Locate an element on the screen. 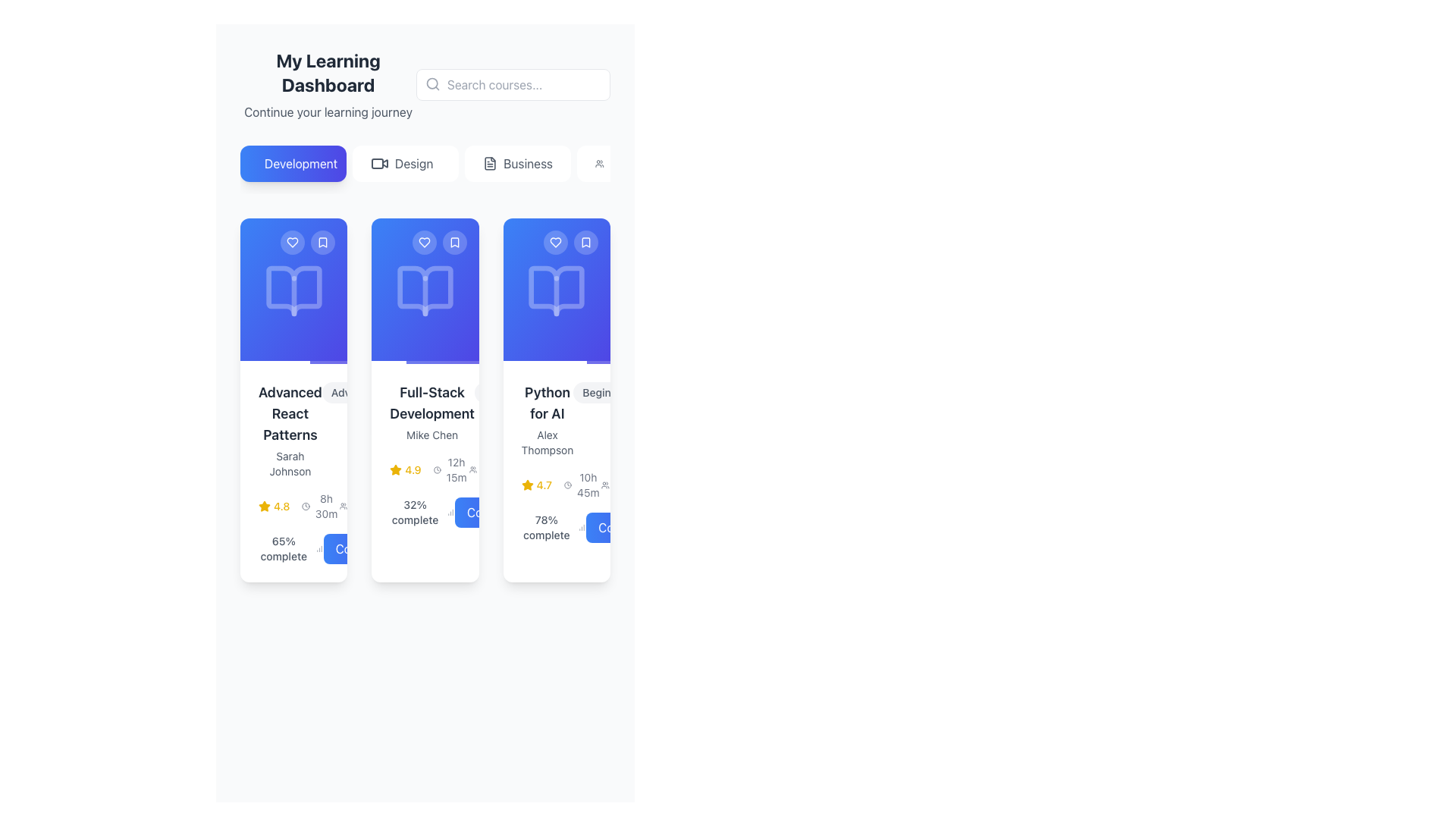  the text label displaying '4.9', which is styled in yellow, located to the right of a yellow star icon in the course details section of the 'Full-Stack Development' card is located at coordinates (413, 469).